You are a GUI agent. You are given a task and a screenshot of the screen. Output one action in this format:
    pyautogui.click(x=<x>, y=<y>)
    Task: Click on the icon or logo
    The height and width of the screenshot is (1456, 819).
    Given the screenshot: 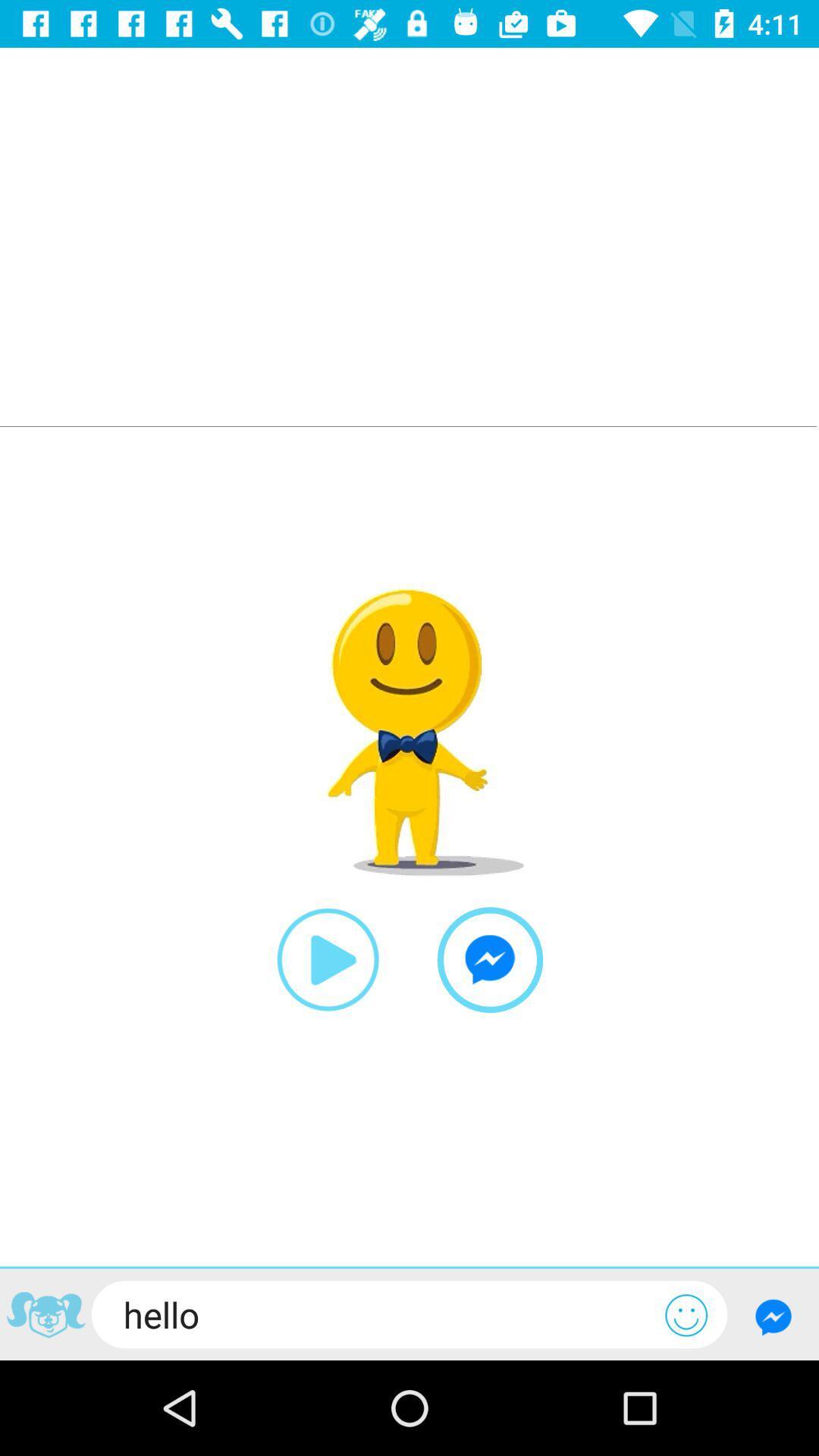 What is the action you would take?
    pyautogui.click(x=45, y=1316)
    